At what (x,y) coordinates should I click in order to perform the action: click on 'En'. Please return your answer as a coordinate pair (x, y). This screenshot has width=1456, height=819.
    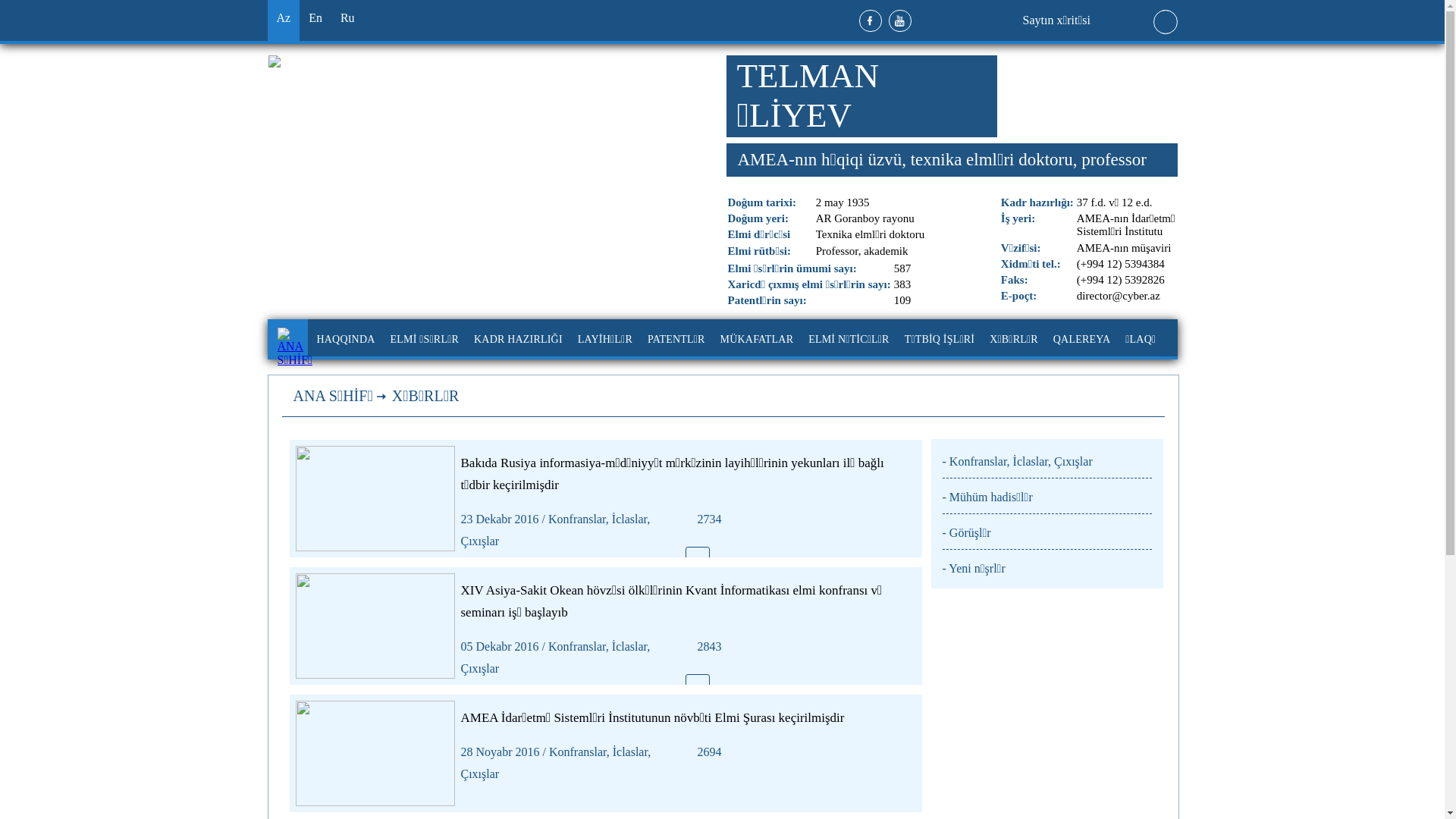
    Looking at the image, I should click on (315, 20).